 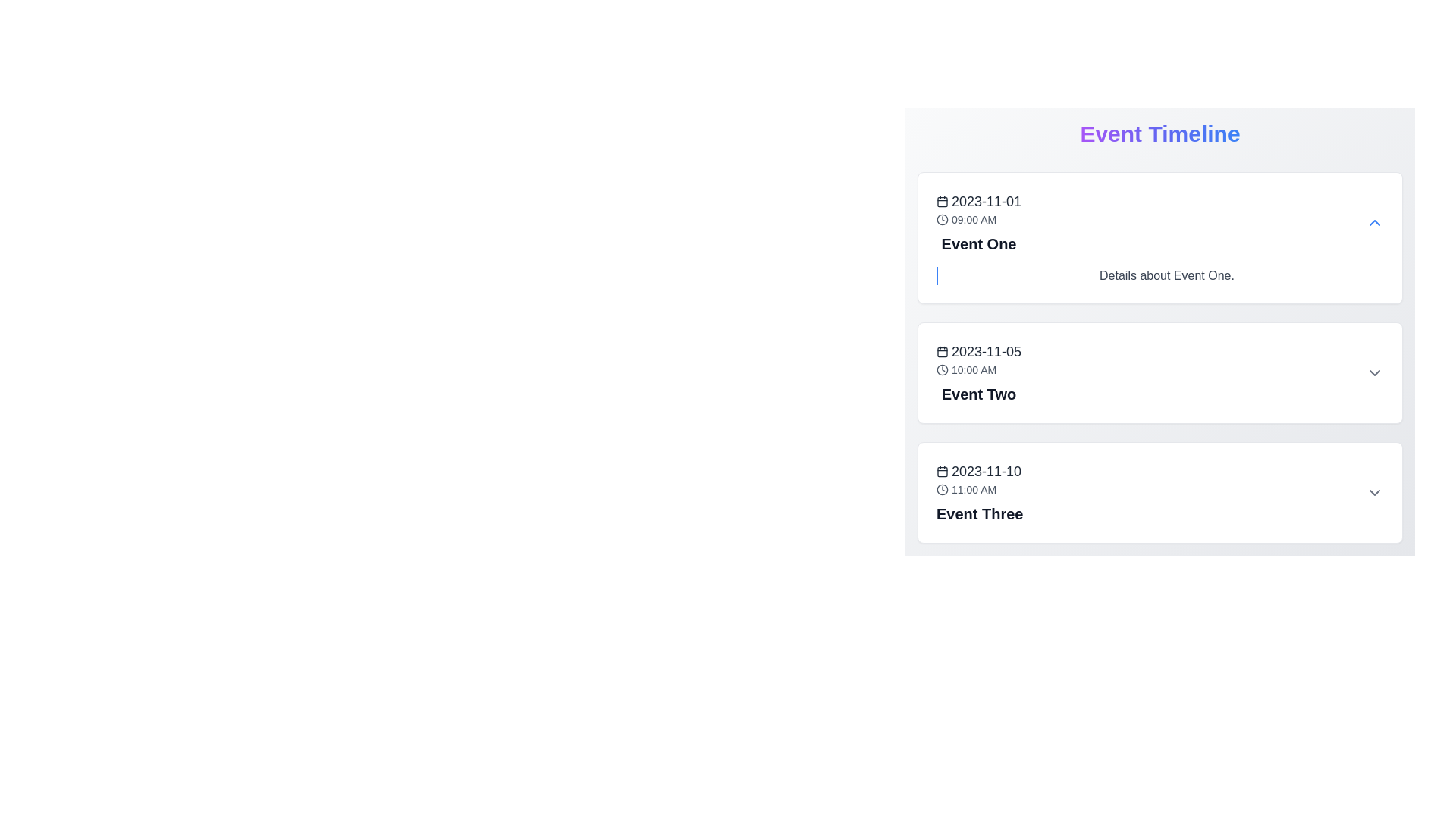 I want to click on the outermost circular component of the clock icon located in the top-left corner of the timeline card for Event One, so click(x=942, y=219).